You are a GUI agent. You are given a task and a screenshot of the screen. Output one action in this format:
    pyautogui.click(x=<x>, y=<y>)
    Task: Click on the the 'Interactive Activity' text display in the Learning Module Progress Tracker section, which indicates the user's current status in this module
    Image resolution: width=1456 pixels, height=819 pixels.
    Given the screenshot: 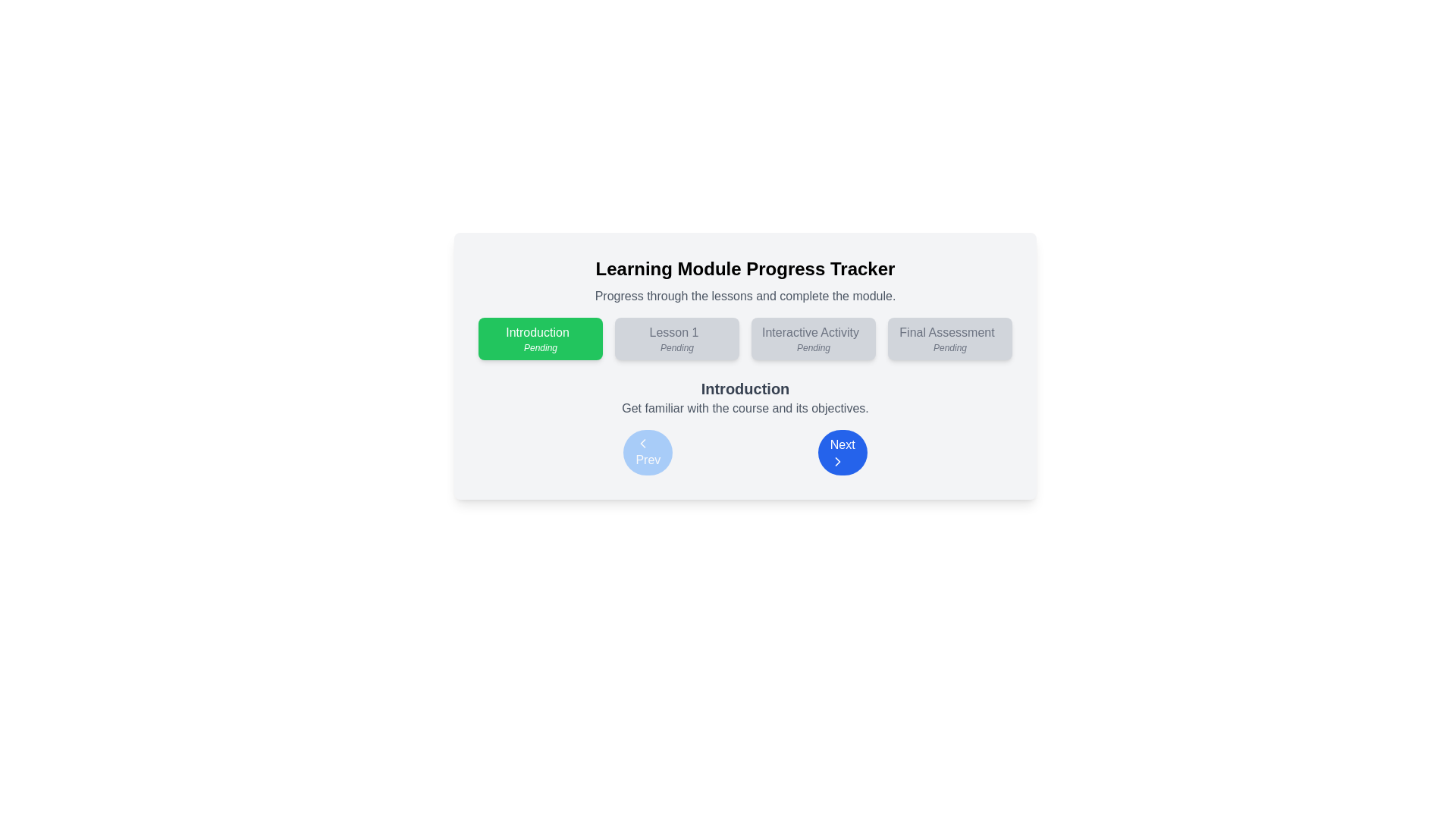 What is the action you would take?
    pyautogui.click(x=810, y=332)
    